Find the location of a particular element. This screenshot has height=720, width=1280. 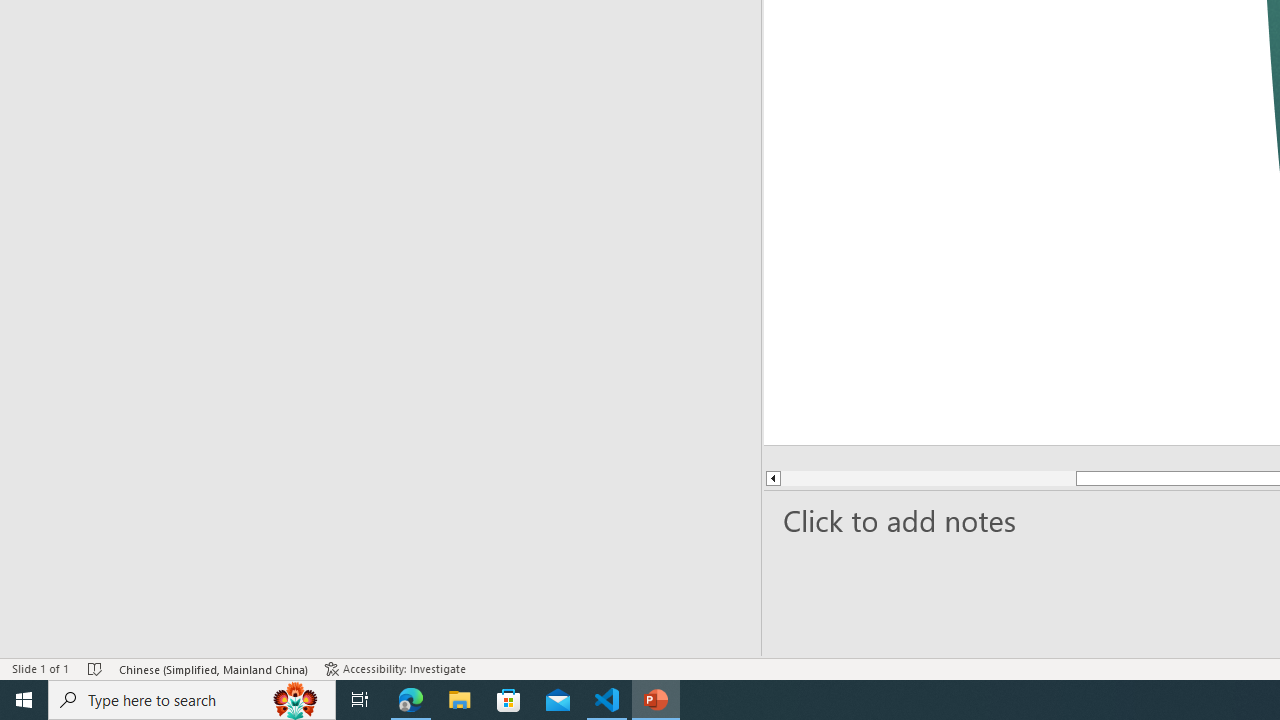

'Page Number Page 1 of 1' is located at coordinates (55, 640).